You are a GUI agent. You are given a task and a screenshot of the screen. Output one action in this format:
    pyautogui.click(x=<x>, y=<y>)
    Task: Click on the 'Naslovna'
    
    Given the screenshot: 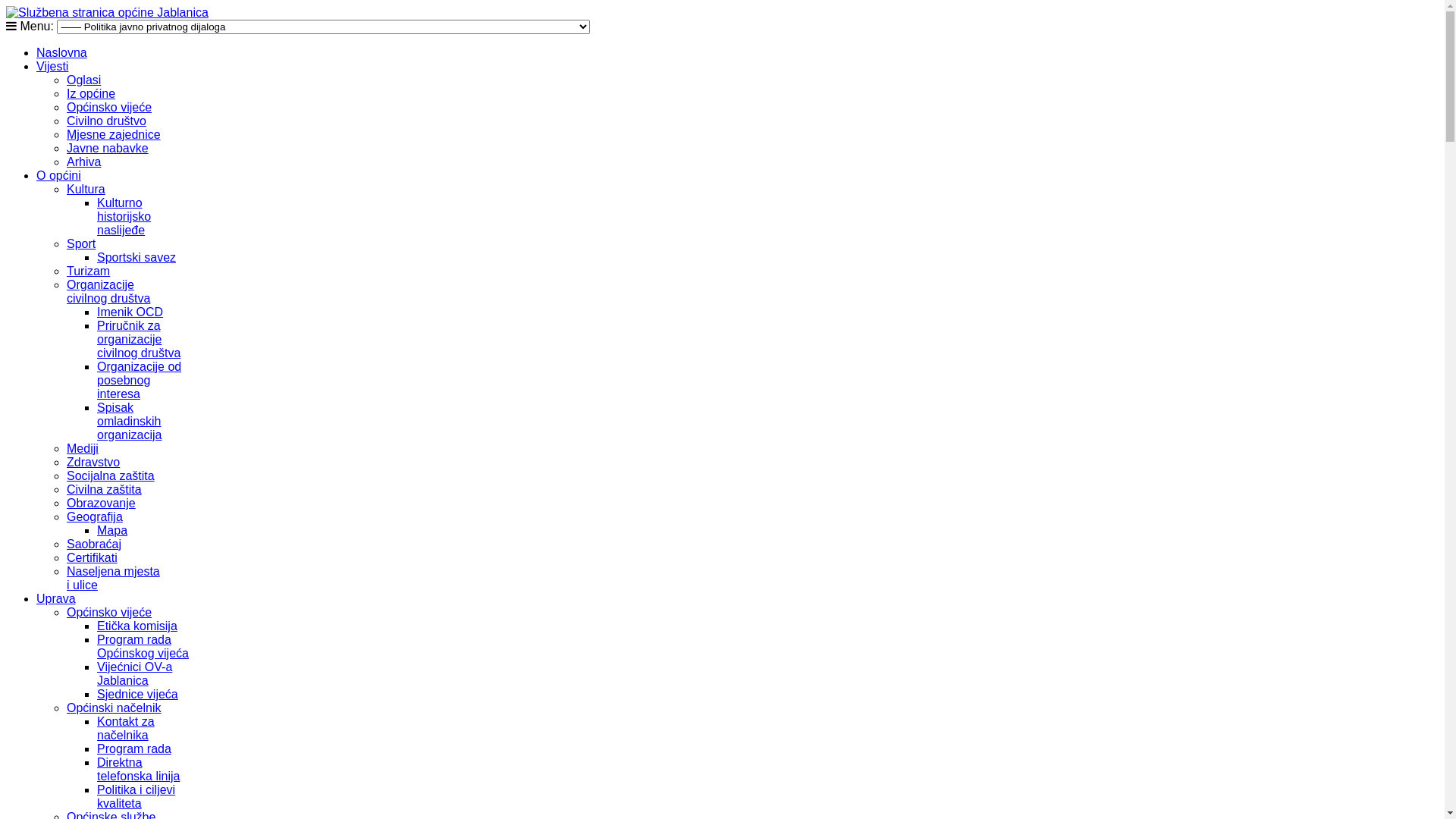 What is the action you would take?
    pyautogui.click(x=36, y=52)
    